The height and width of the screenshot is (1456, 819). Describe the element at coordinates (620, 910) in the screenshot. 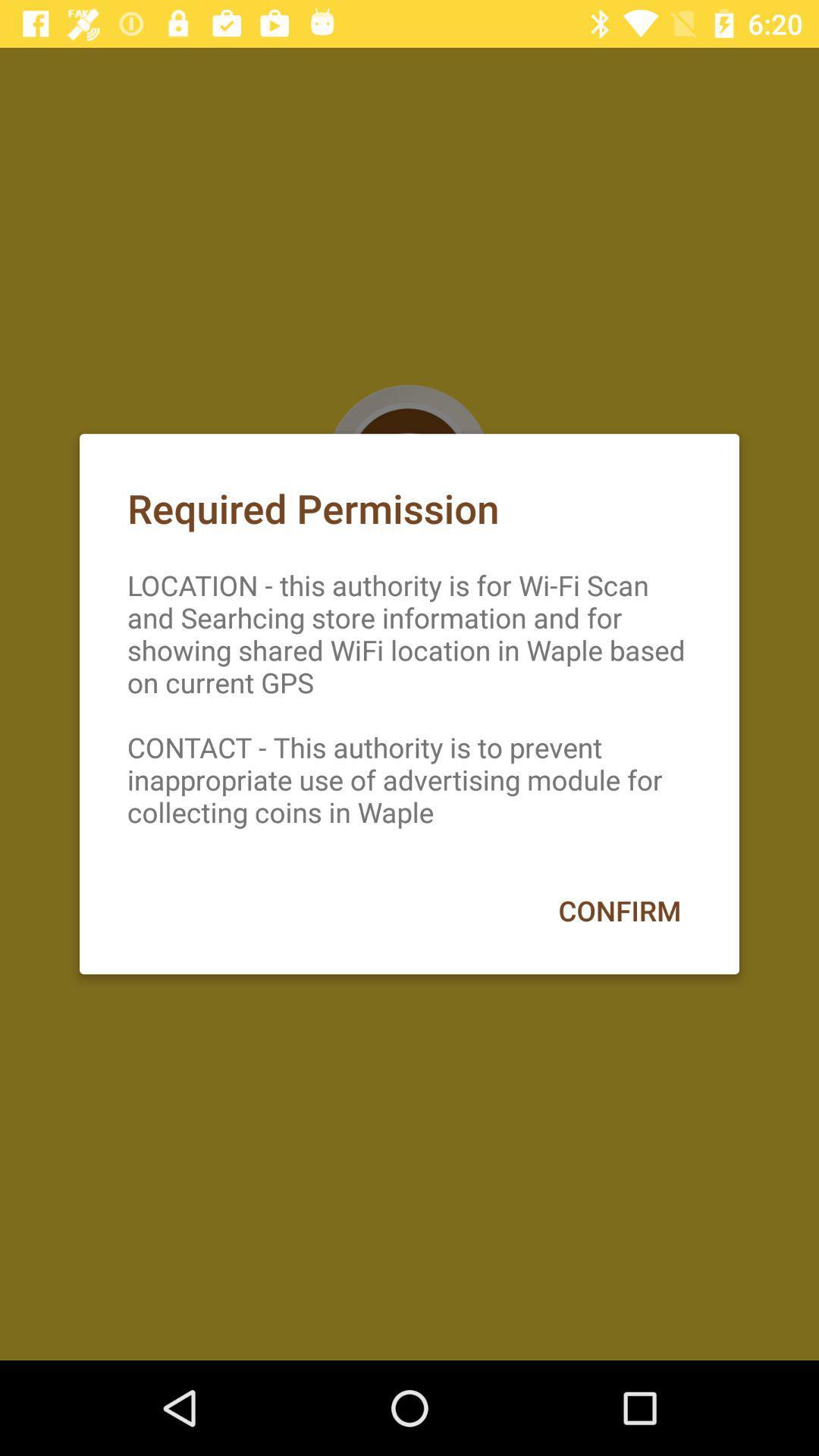

I see `icon on the right` at that location.